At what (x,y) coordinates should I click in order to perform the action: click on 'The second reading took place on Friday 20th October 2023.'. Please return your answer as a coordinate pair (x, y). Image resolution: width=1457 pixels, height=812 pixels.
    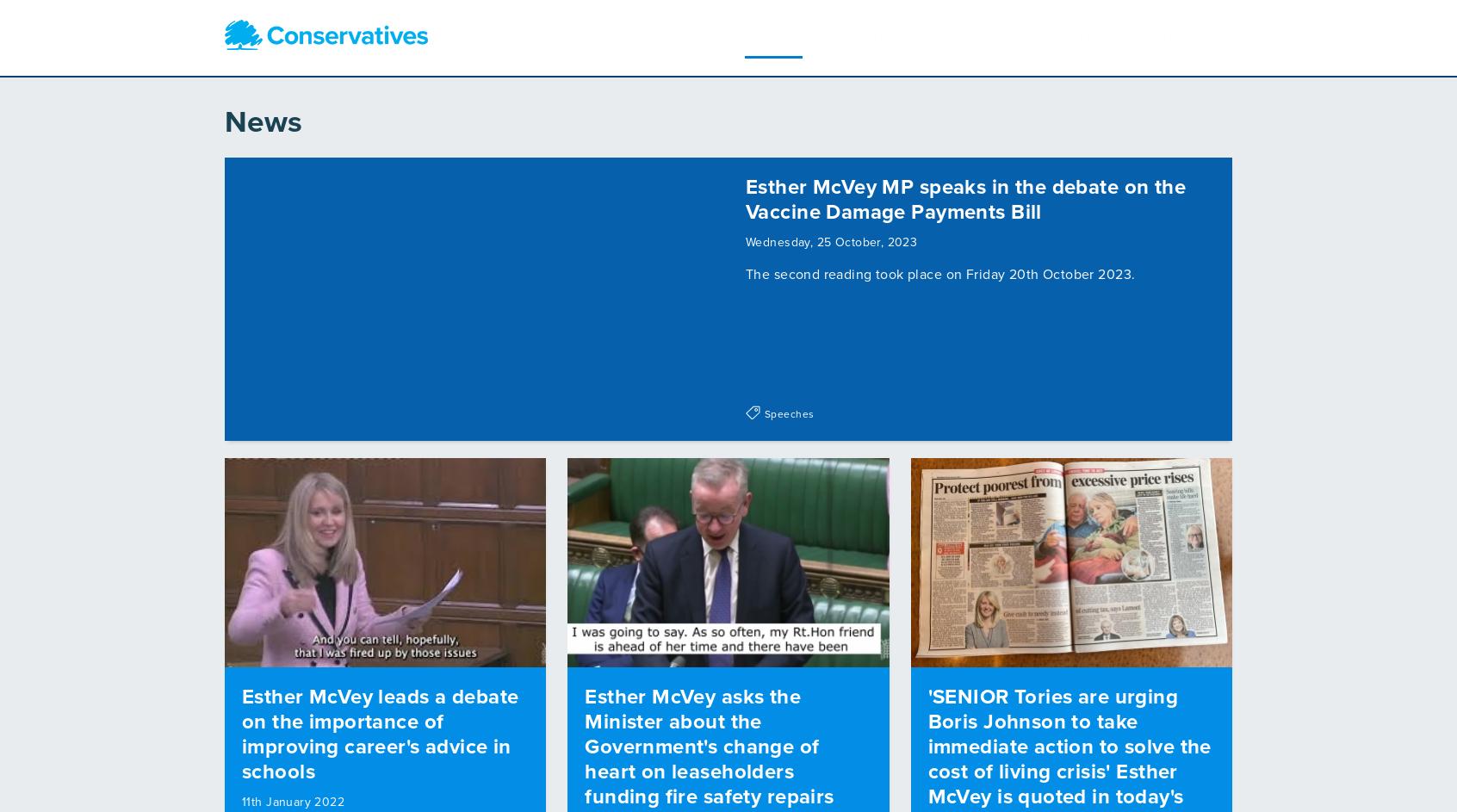
    Looking at the image, I should click on (940, 268).